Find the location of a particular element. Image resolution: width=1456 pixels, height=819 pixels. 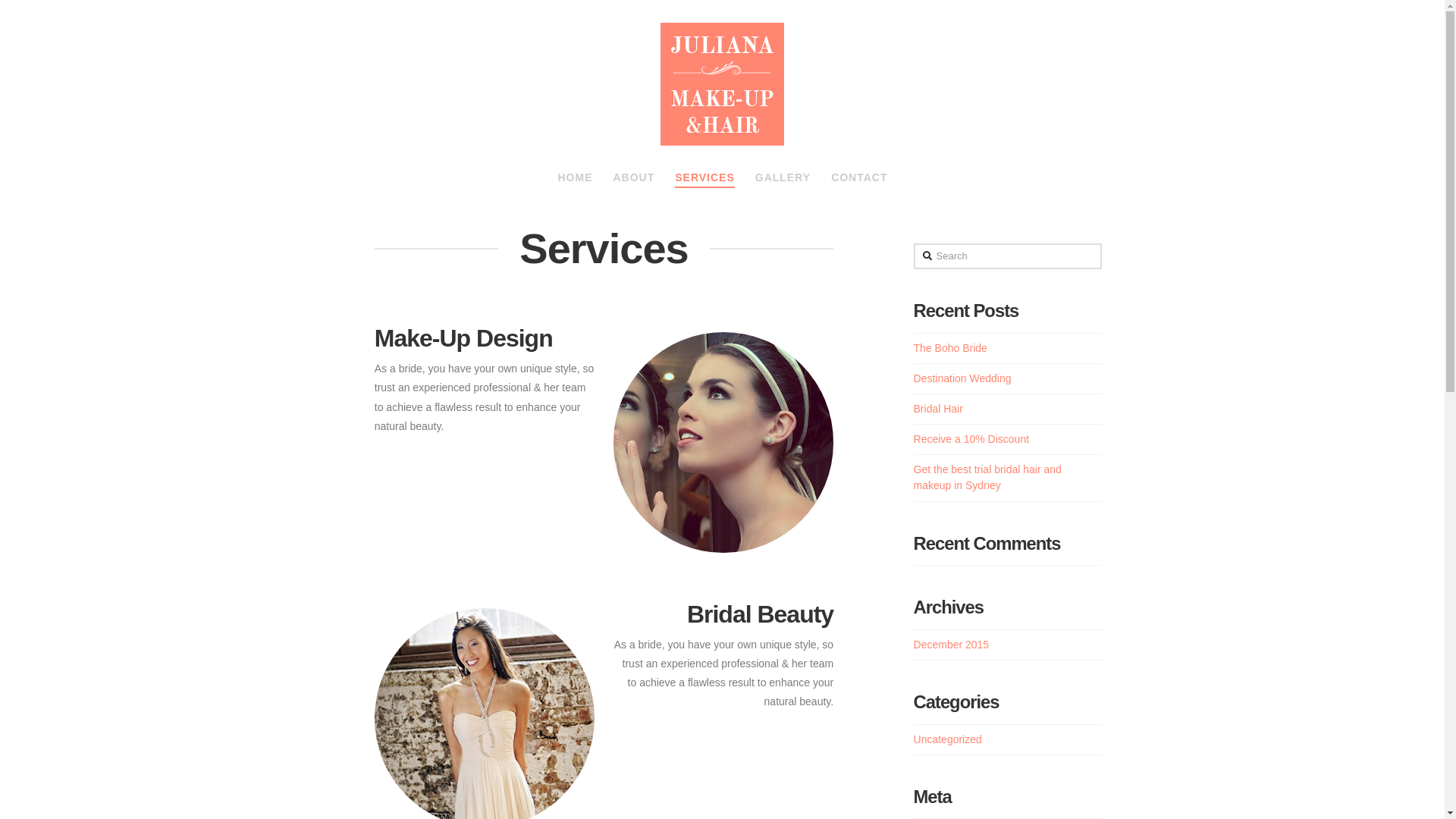

'Get the best trial bridal hair and makeup in Sydney' is located at coordinates (987, 476).